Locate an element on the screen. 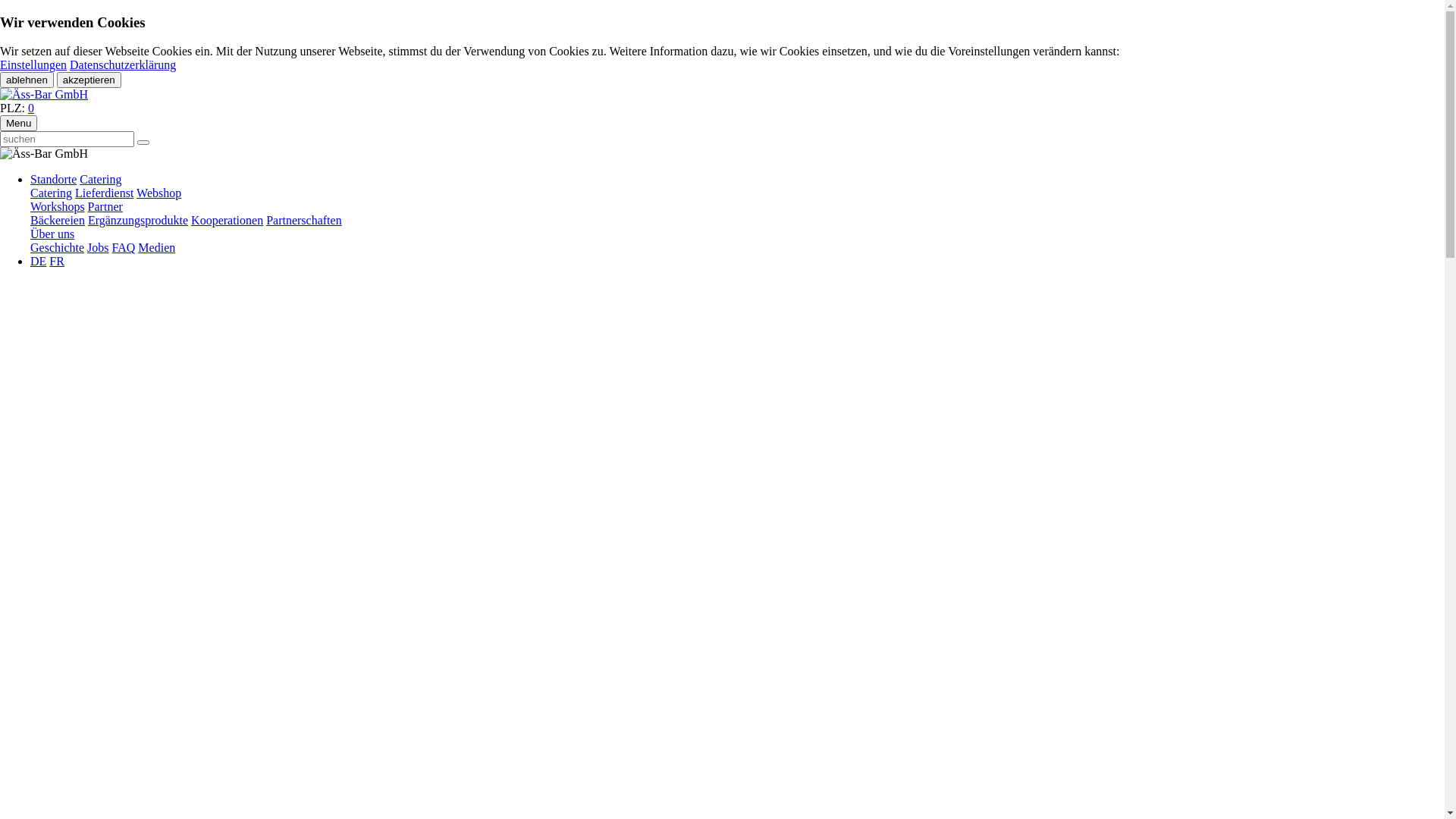 This screenshot has width=1456, height=819. 'Lieferdienst' is located at coordinates (74, 192).